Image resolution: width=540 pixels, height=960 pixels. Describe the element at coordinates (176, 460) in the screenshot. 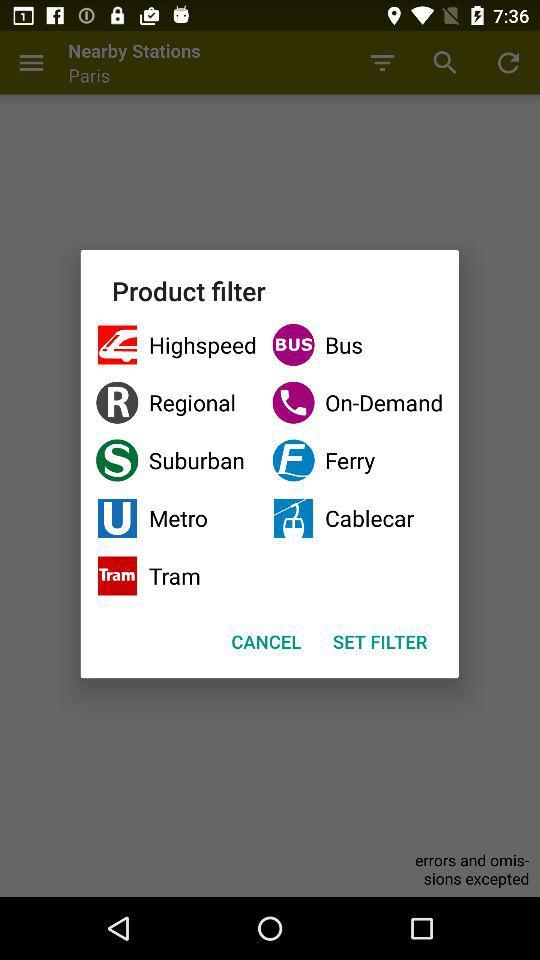

I see `the icon above metro checkbox` at that location.